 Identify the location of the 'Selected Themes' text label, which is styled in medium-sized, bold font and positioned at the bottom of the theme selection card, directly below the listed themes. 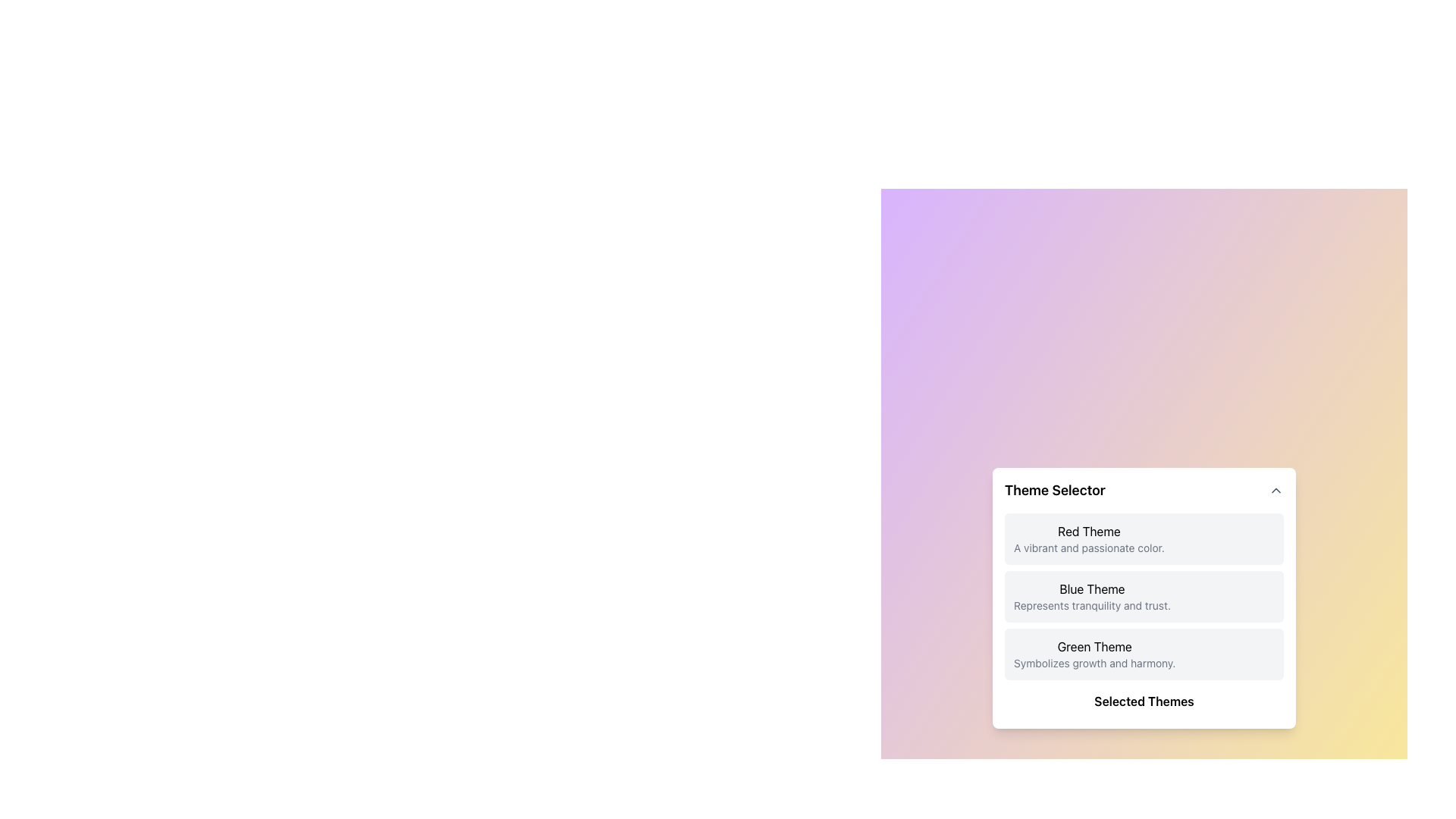
(1144, 704).